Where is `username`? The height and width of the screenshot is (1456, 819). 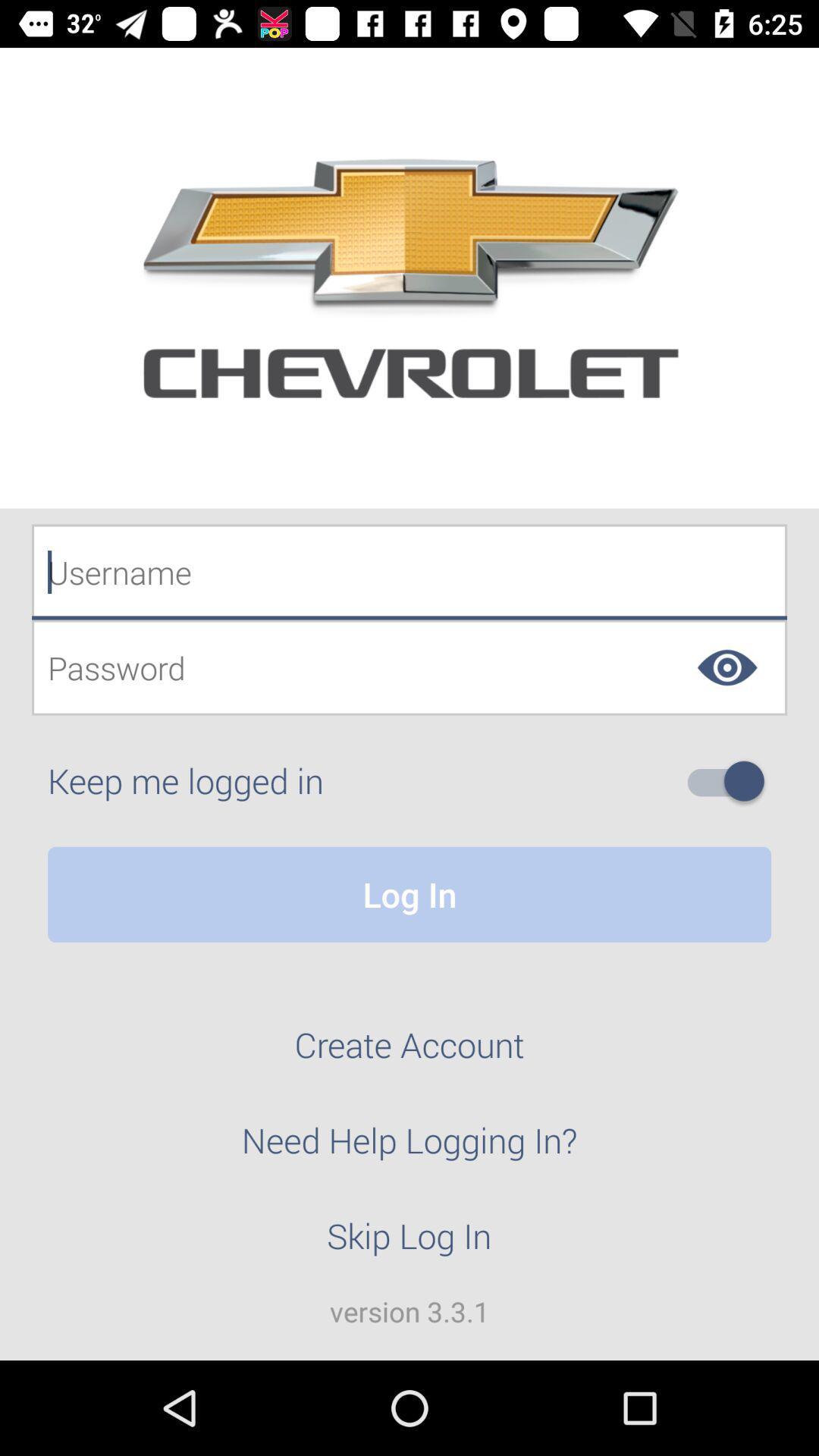
username is located at coordinates (409, 571).